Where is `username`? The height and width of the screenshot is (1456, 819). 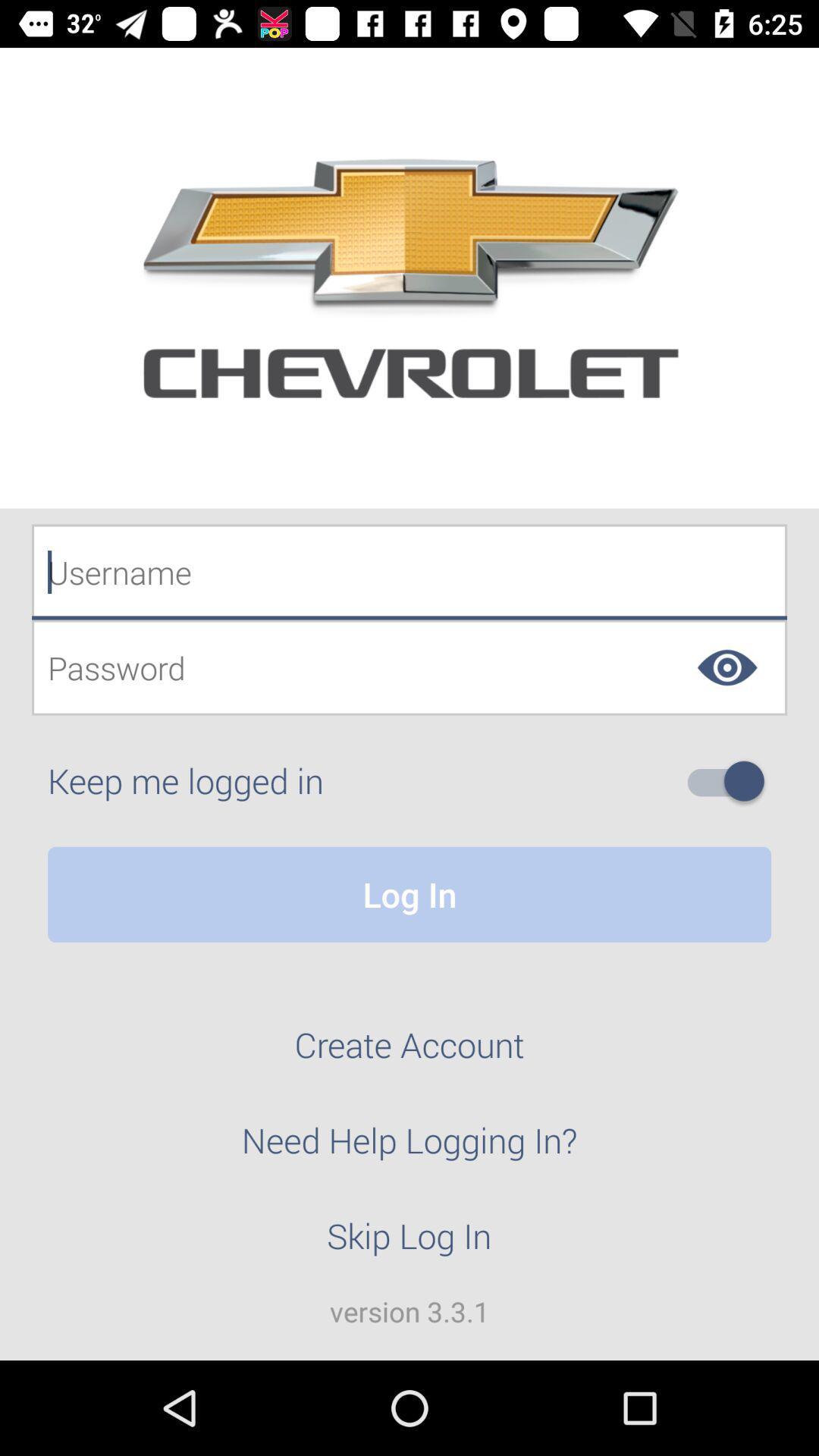
username is located at coordinates (409, 571).